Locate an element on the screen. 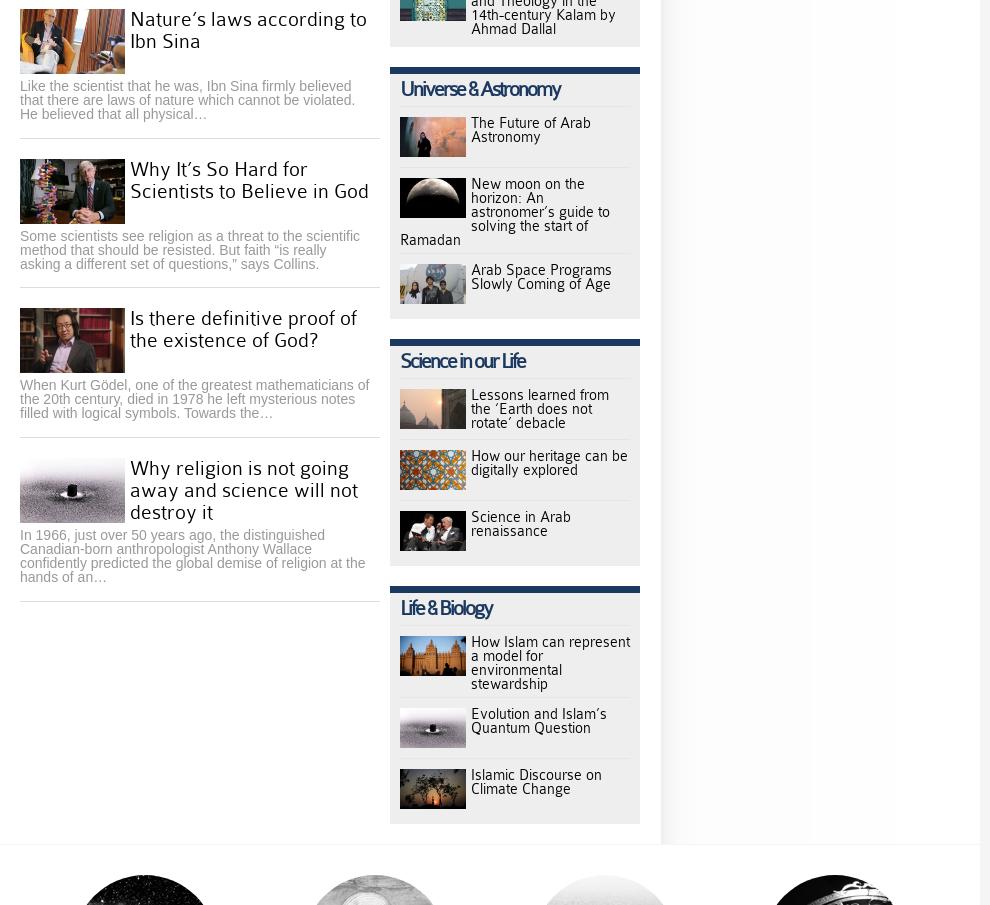 The height and width of the screenshot is (905, 990). 'Life & Biology' is located at coordinates (444, 607).